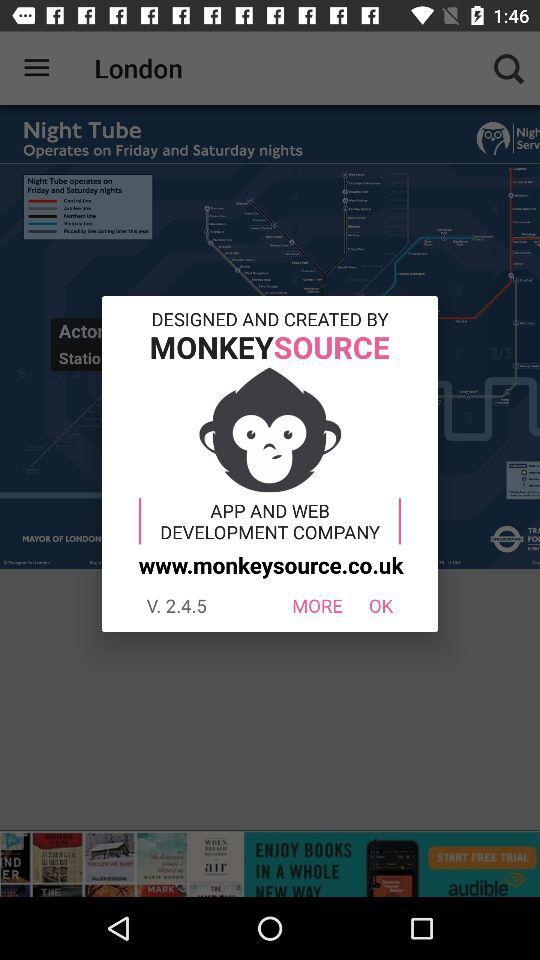 The width and height of the screenshot is (540, 960). I want to click on the icon to the right of the v 2 4 icon, so click(317, 604).